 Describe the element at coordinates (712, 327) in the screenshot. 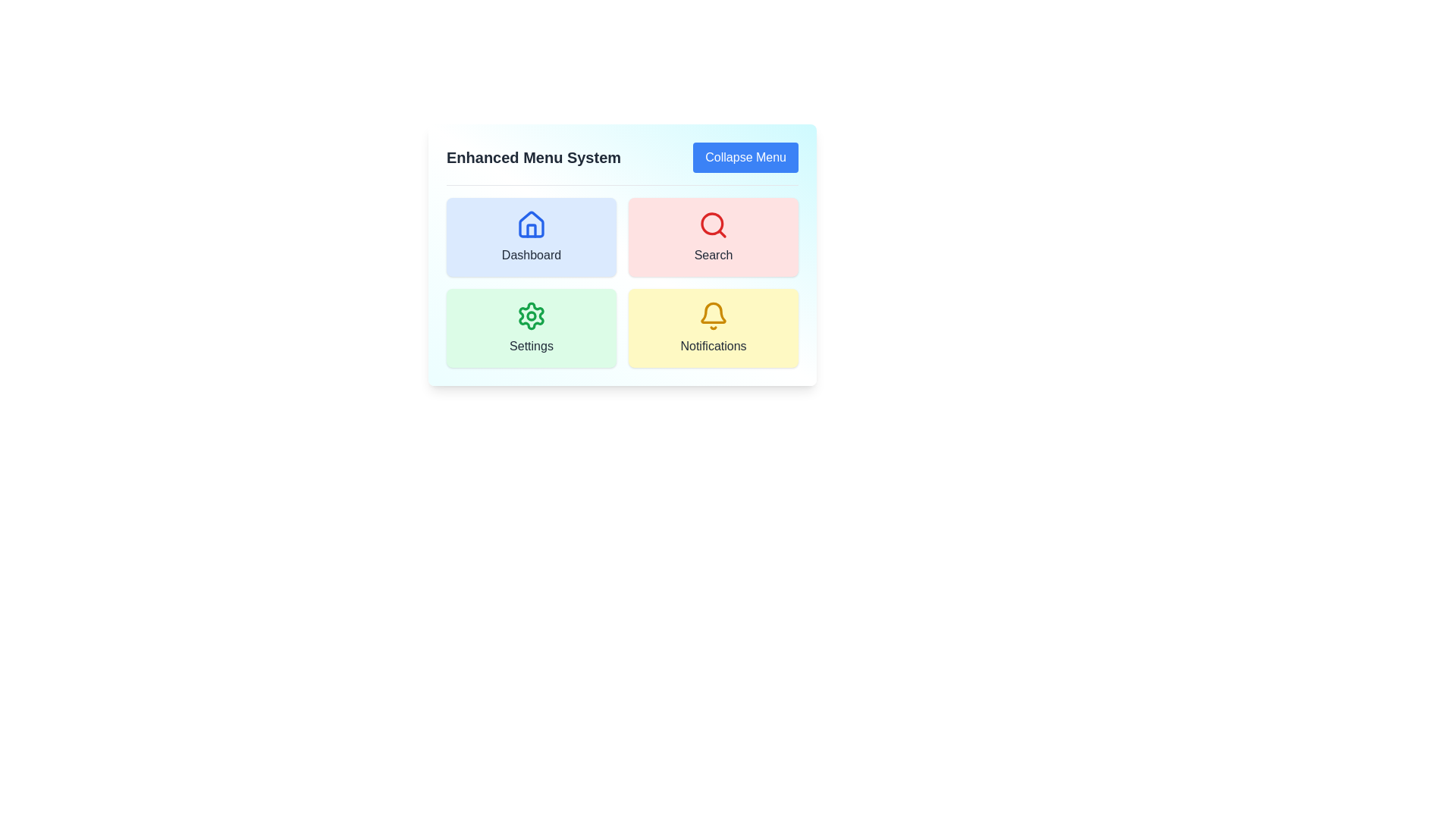

I see `the 'Notifications' card located at the bottom-right corner of the grid layout to observe a highlighted effect` at that location.